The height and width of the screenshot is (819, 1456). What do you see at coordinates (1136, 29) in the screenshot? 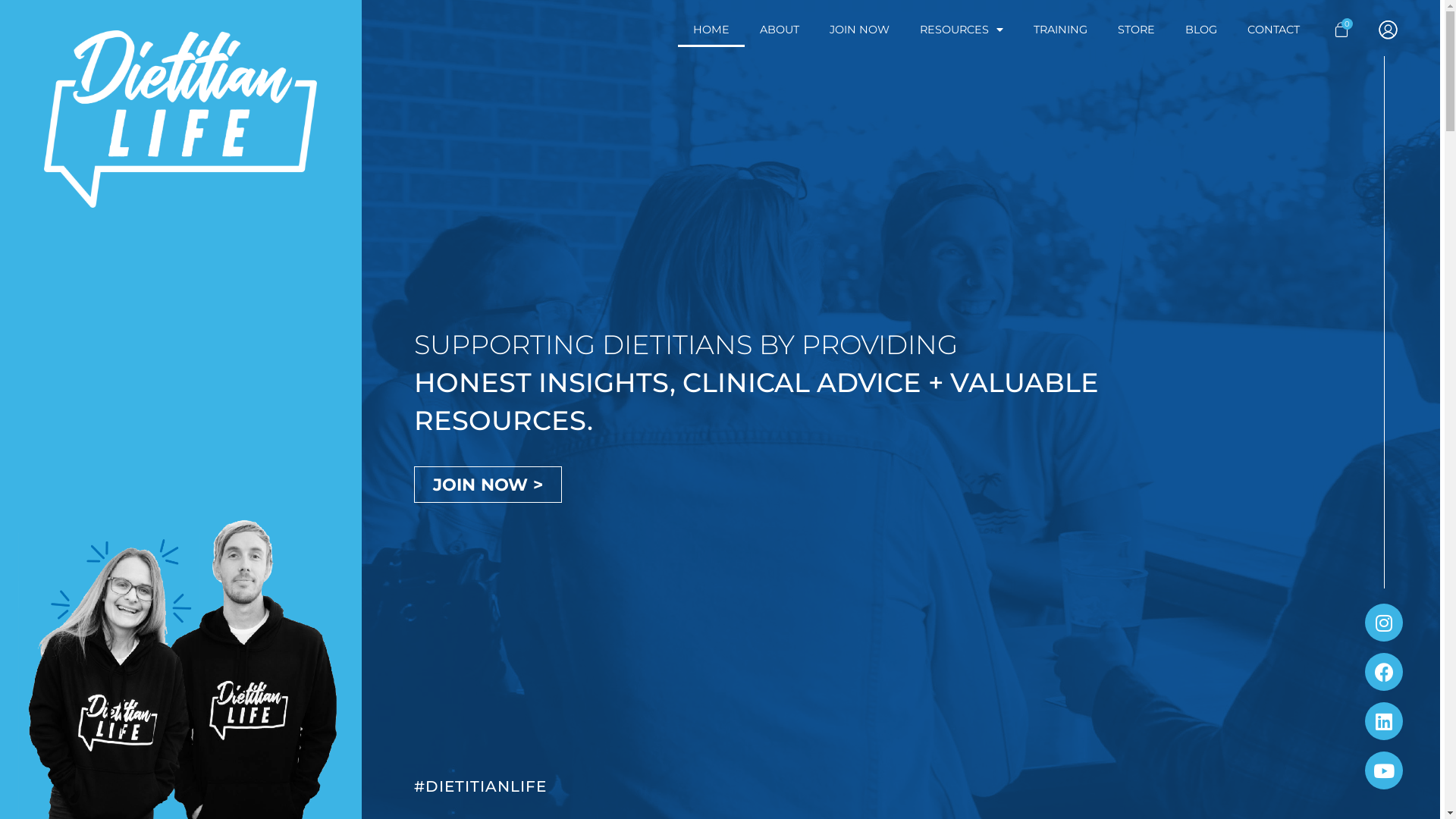
I see `'STORE'` at bounding box center [1136, 29].